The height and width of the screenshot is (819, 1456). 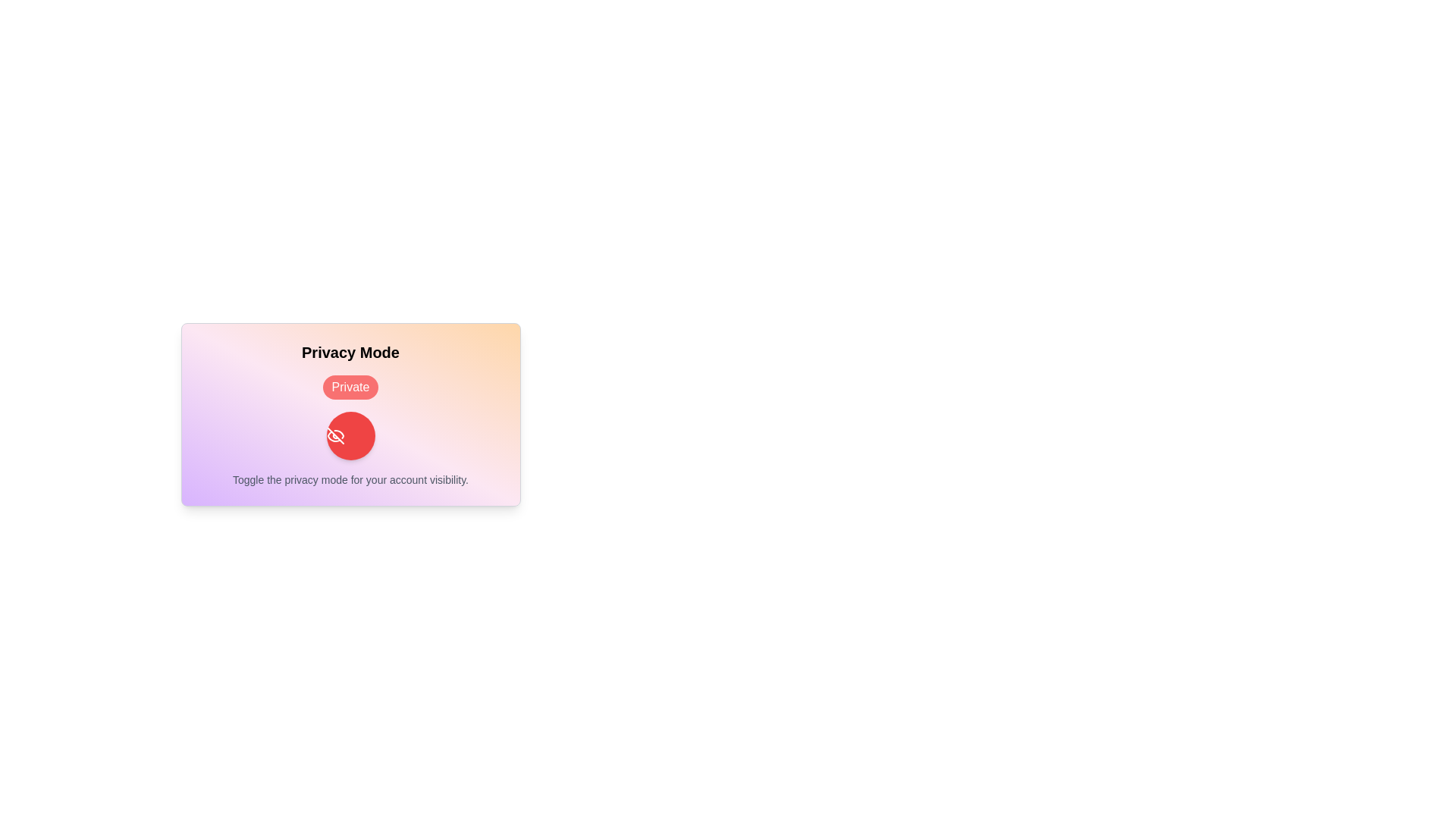 I want to click on privacy toggle button to switch the privacy mode, so click(x=350, y=435).